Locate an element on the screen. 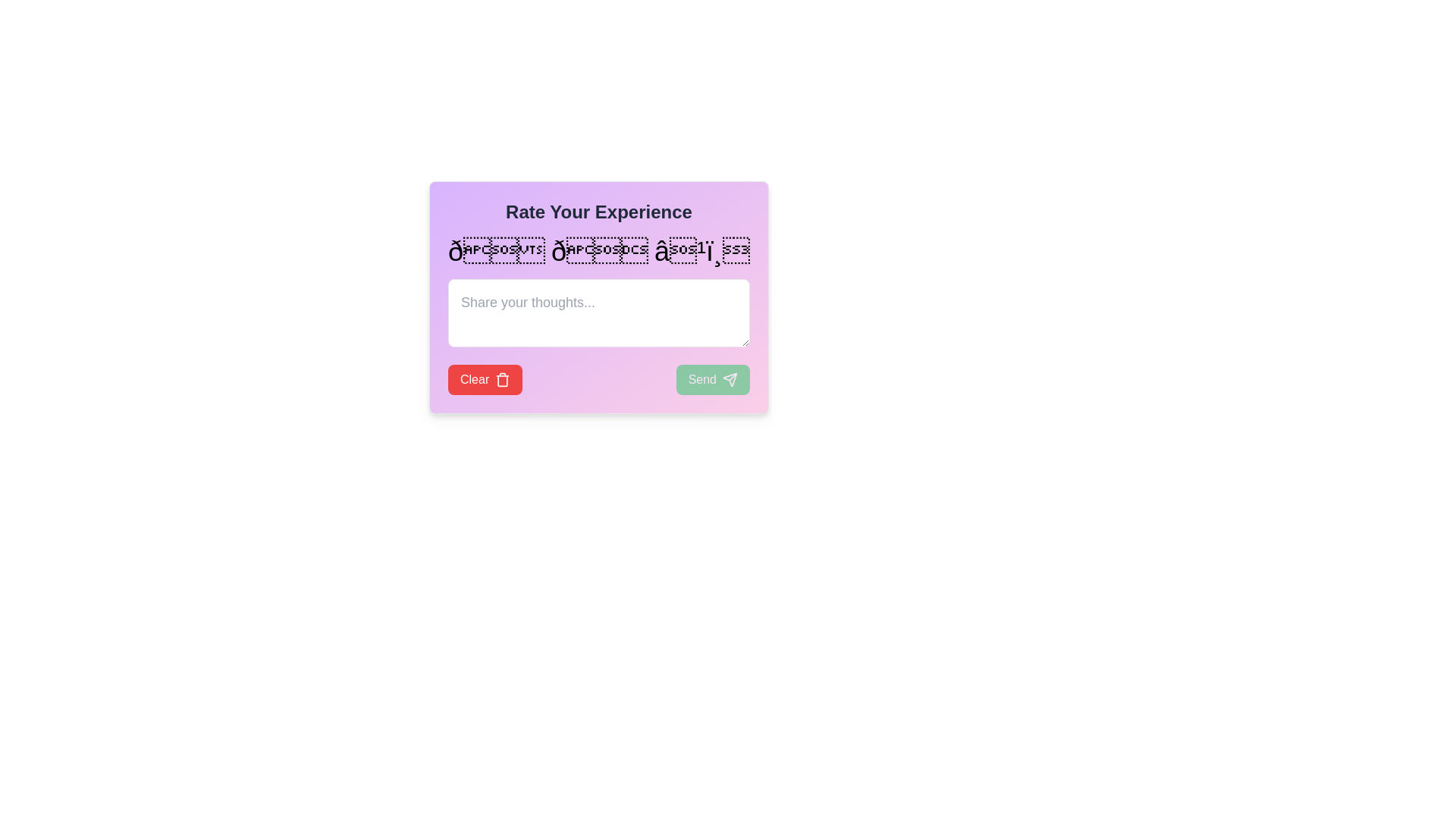 The height and width of the screenshot is (819, 1456). the paper airplane icon located inside the green 'Send' button at the bottom-right of the feedback form is located at coordinates (730, 379).